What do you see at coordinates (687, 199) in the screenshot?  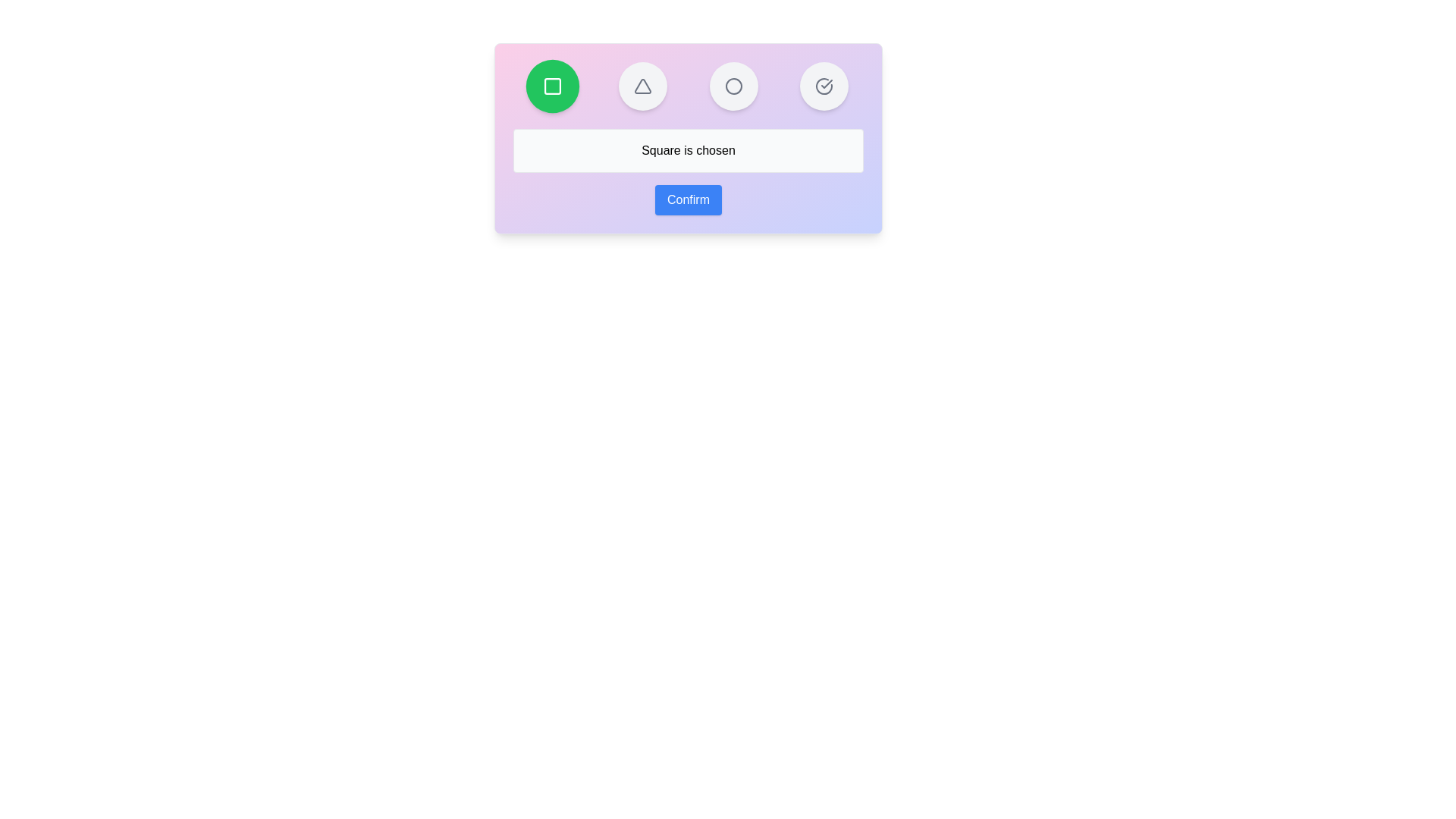 I see `the 'Confirm' button to confirm the current selection` at bounding box center [687, 199].